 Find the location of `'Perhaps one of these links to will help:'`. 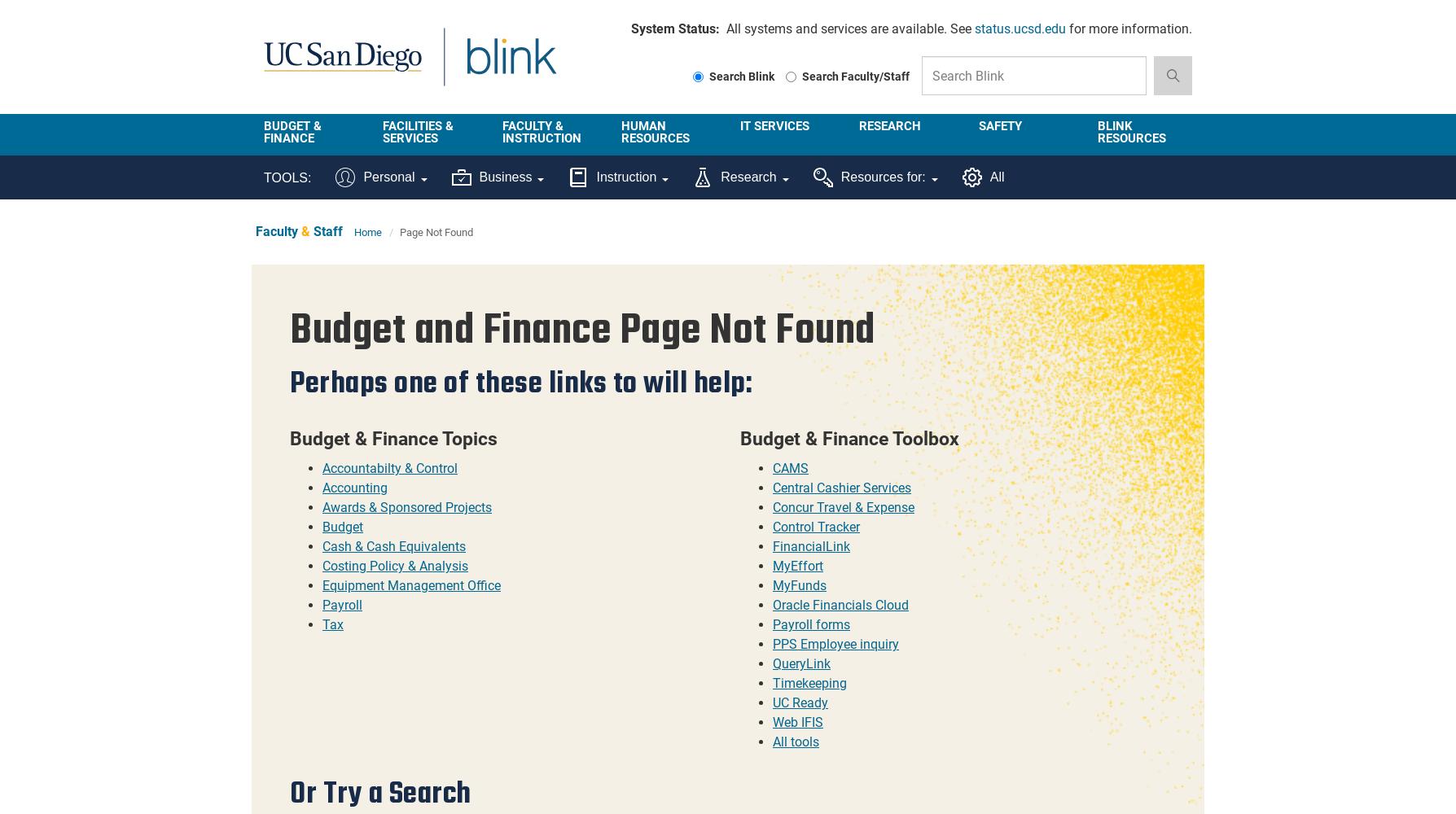

'Perhaps one of these links to will help:' is located at coordinates (520, 382).